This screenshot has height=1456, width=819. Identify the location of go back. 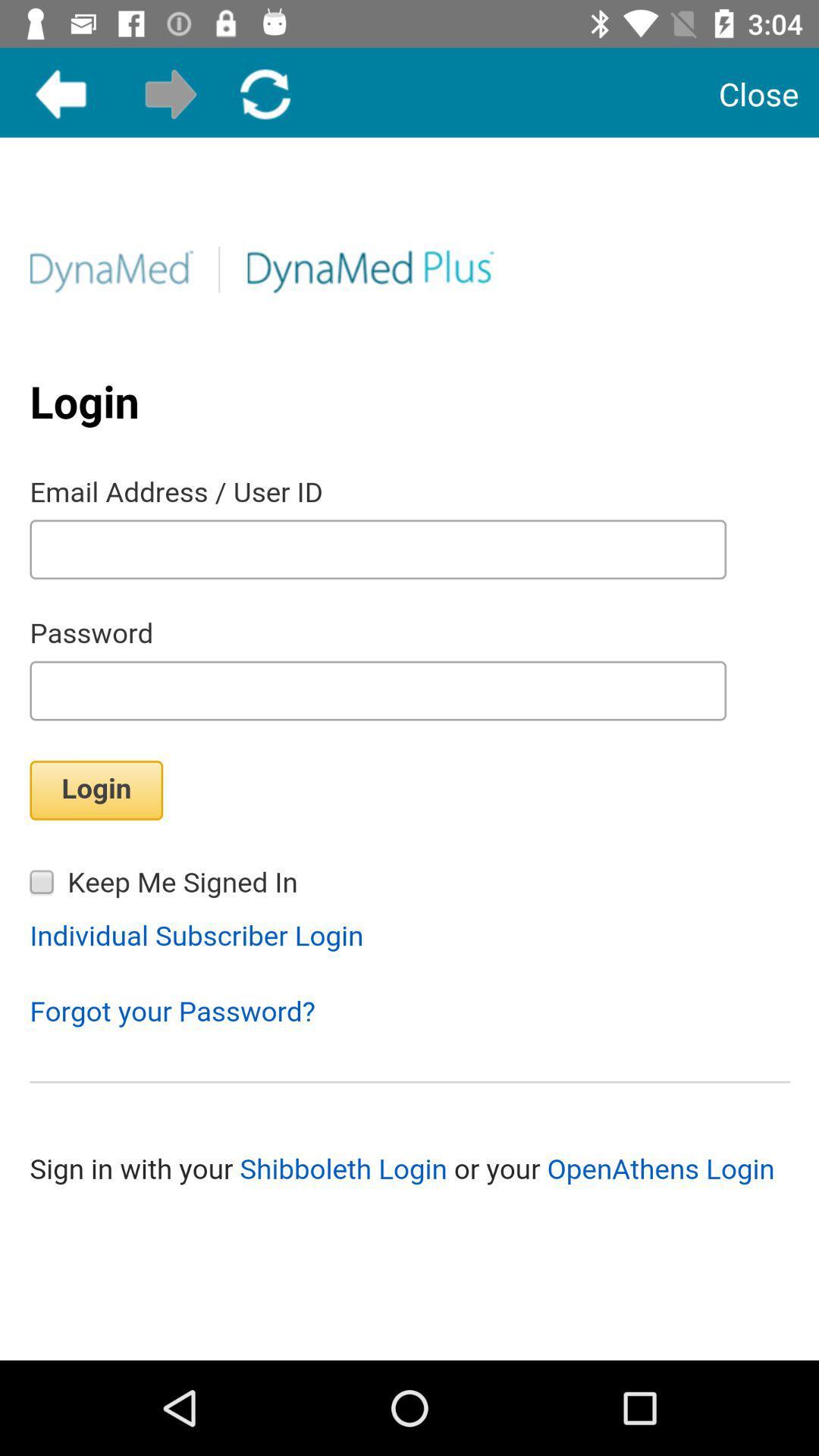
(60, 93).